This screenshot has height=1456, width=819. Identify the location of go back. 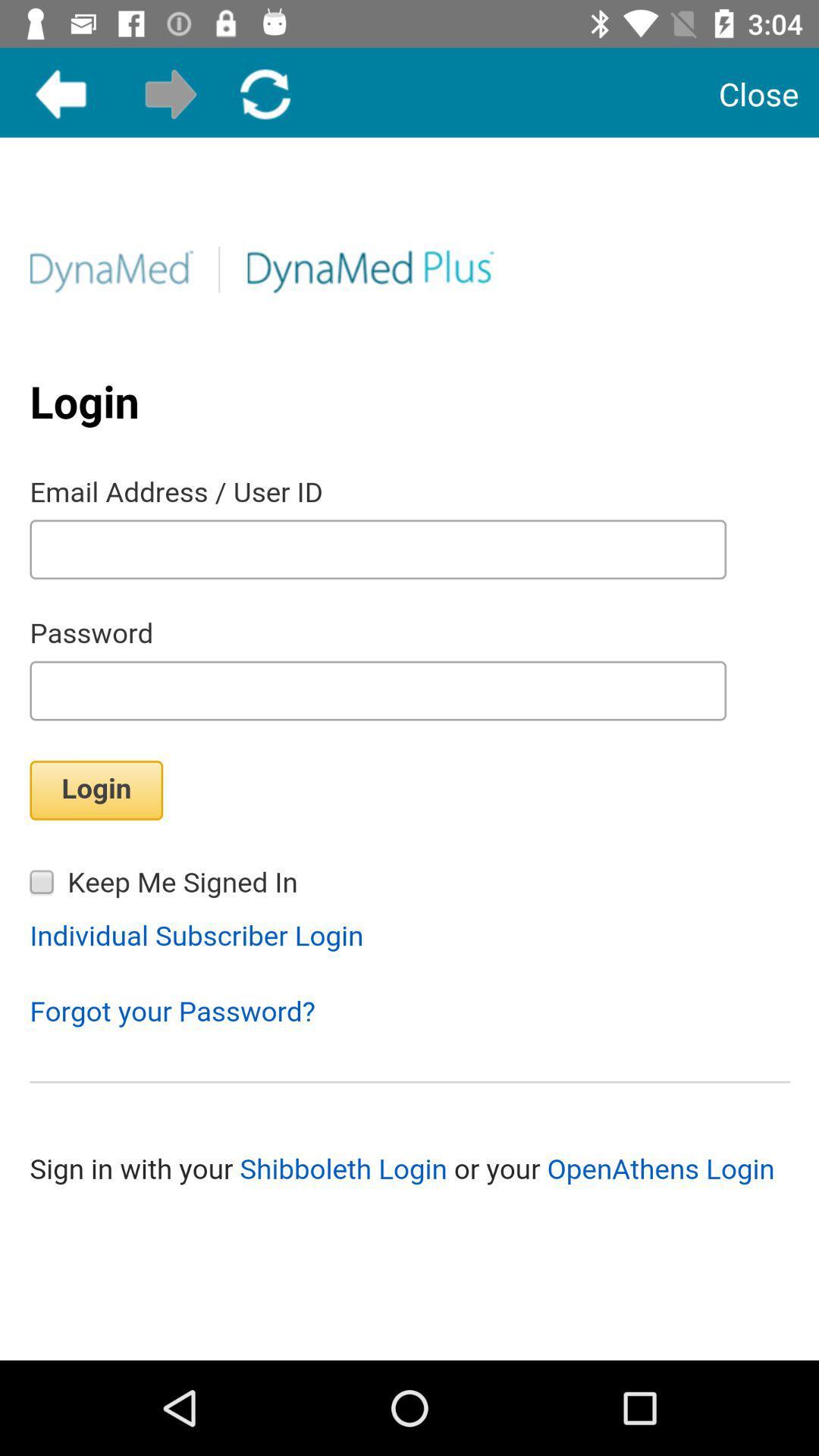
(60, 93).